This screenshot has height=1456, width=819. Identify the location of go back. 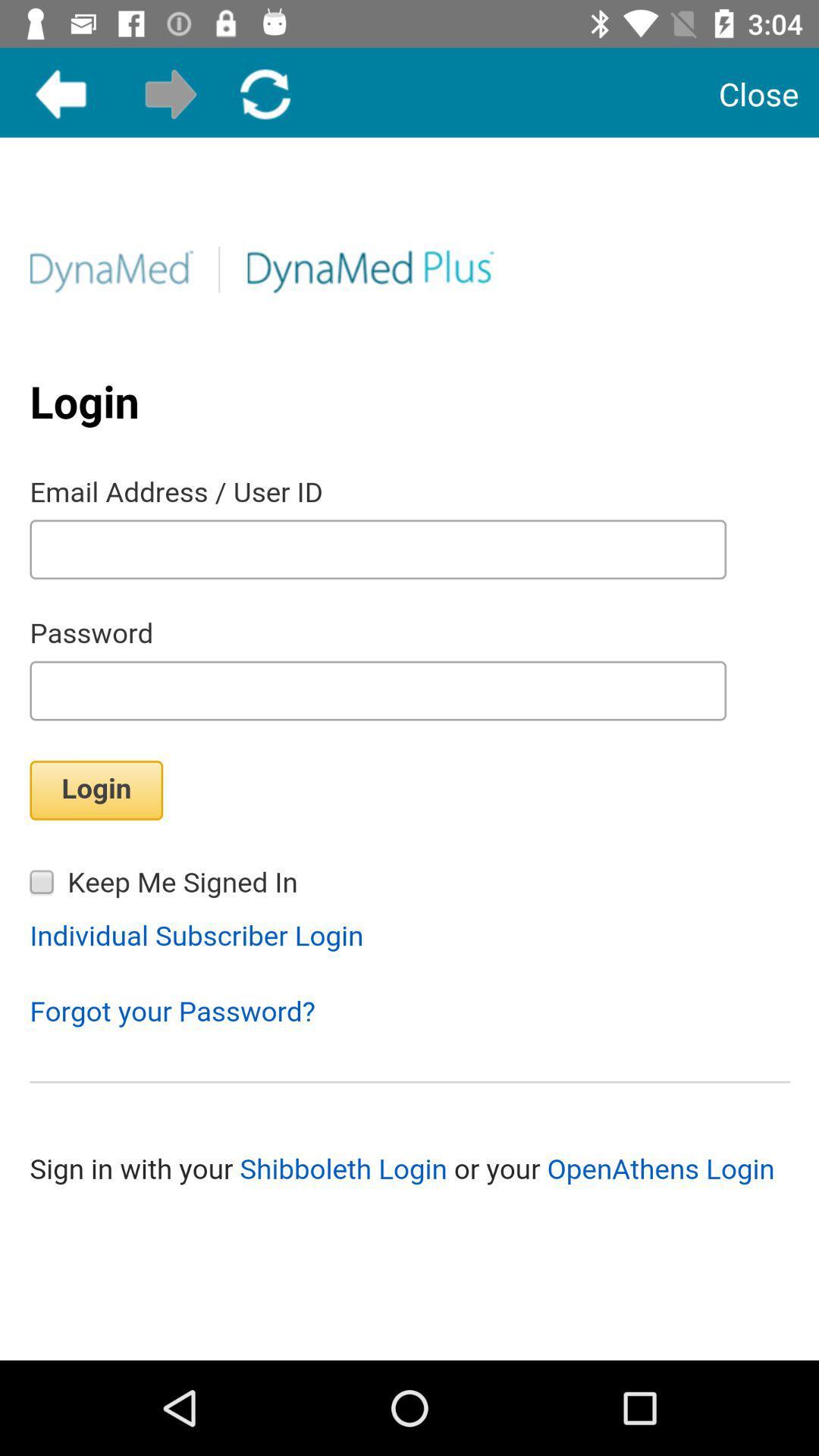
(60, 93).